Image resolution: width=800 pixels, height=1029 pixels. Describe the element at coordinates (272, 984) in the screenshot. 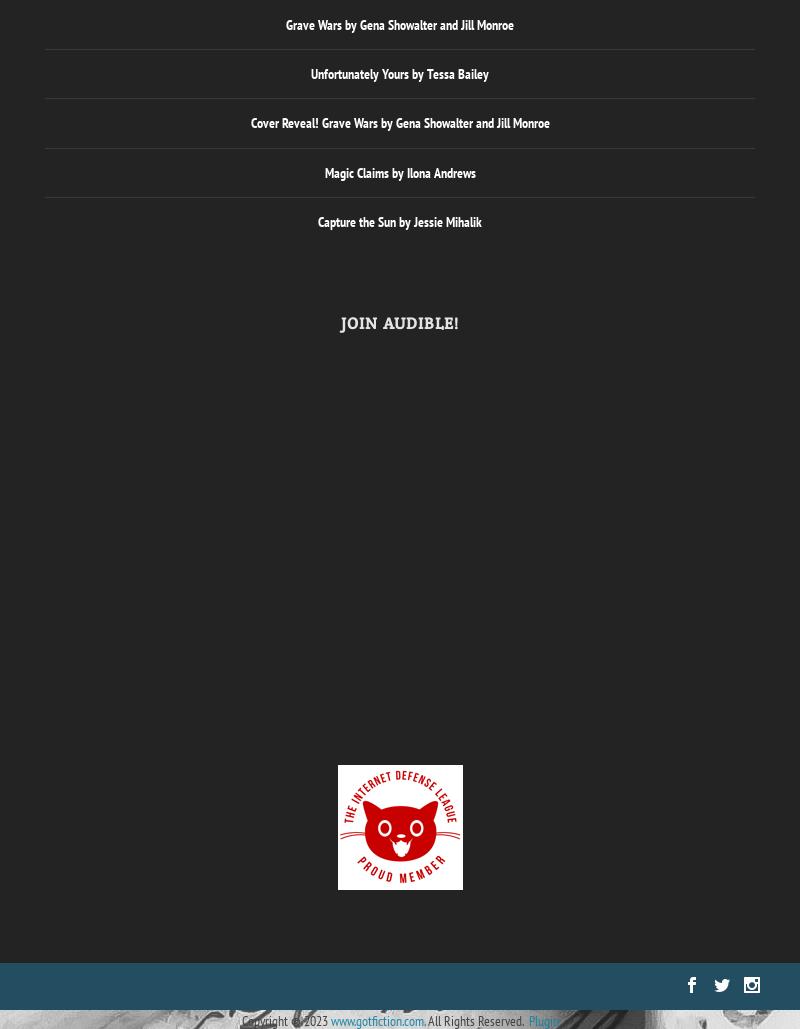

I see `'WordPress'` at that location.